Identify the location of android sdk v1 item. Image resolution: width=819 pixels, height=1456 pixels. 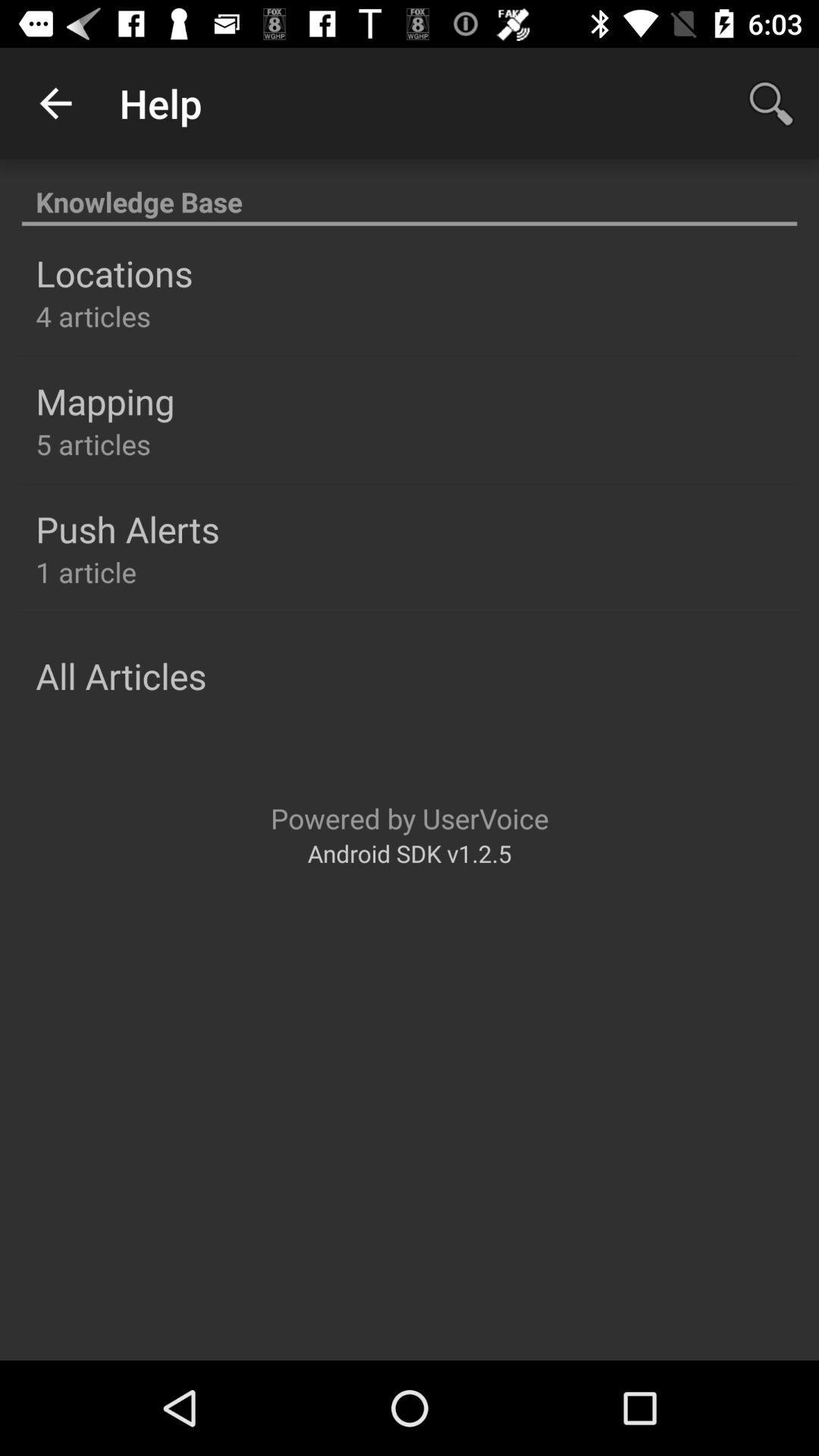
(409, 853).